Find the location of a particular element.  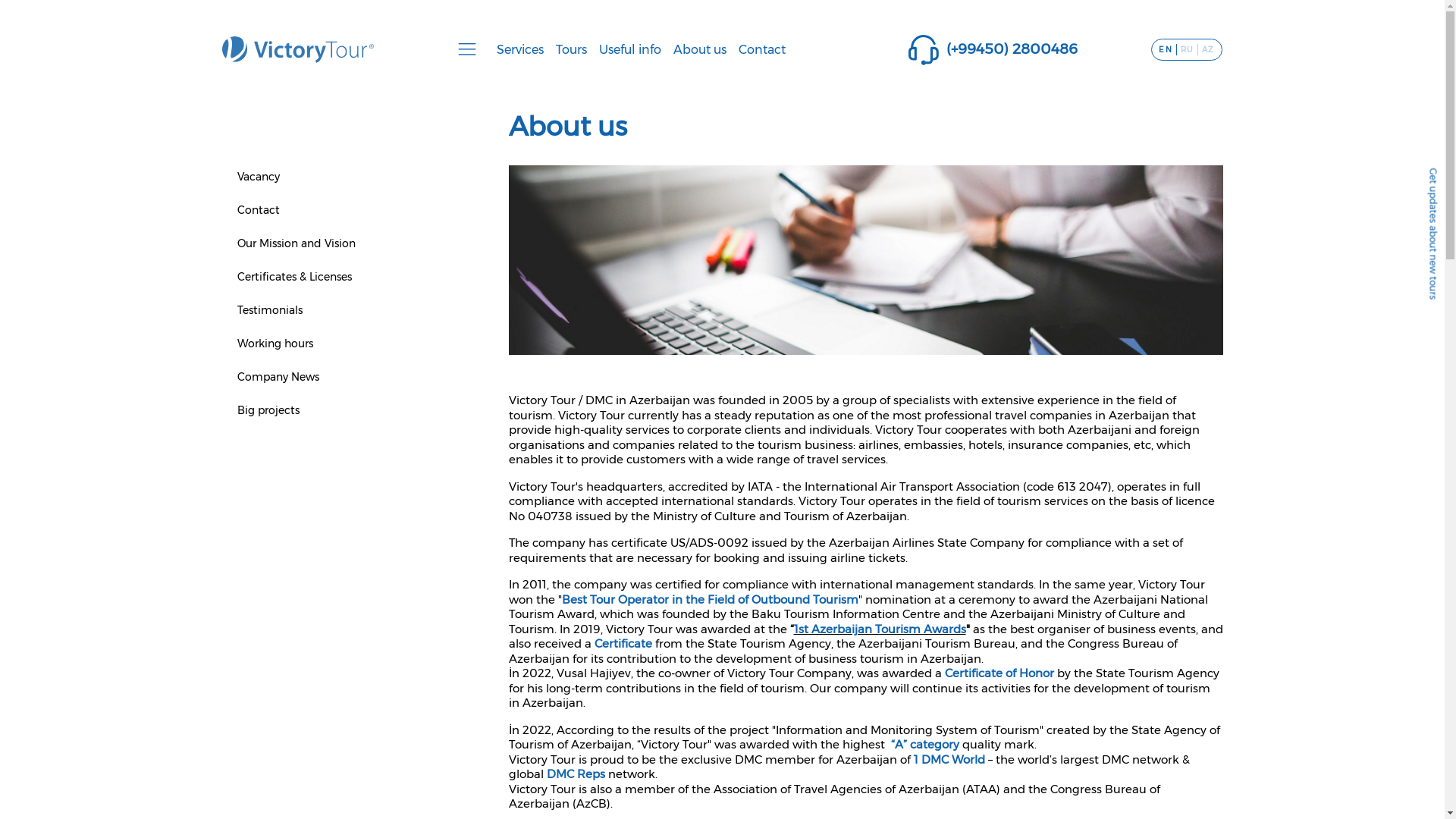

'AZ' is located at coordinates (1207, 49).